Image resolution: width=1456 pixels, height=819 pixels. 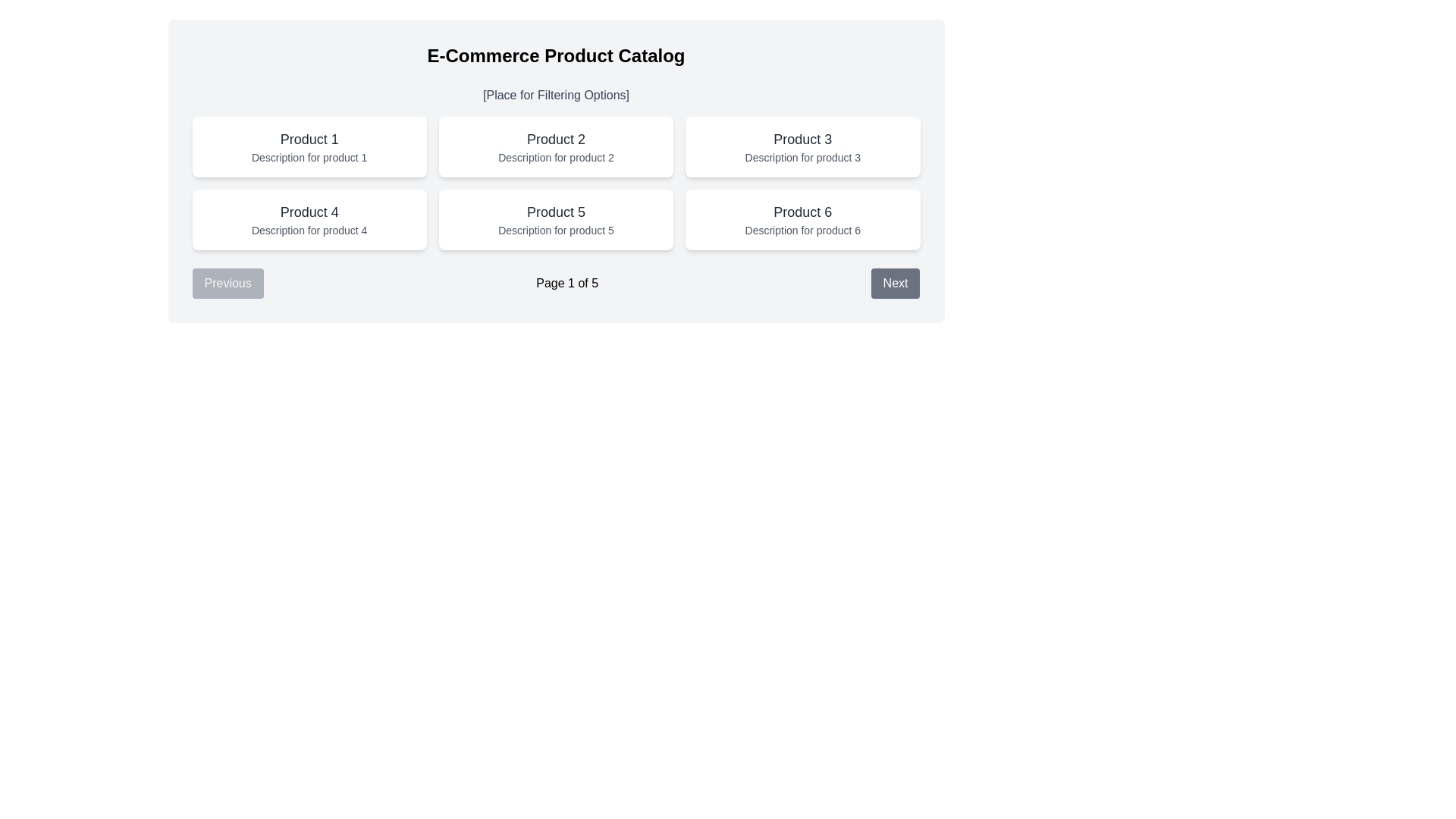 I want to click on the descriptive text label providing additional information about 'Product 4', located beneath the 'Product 4' title in the product card, so click(x=309, y=231).